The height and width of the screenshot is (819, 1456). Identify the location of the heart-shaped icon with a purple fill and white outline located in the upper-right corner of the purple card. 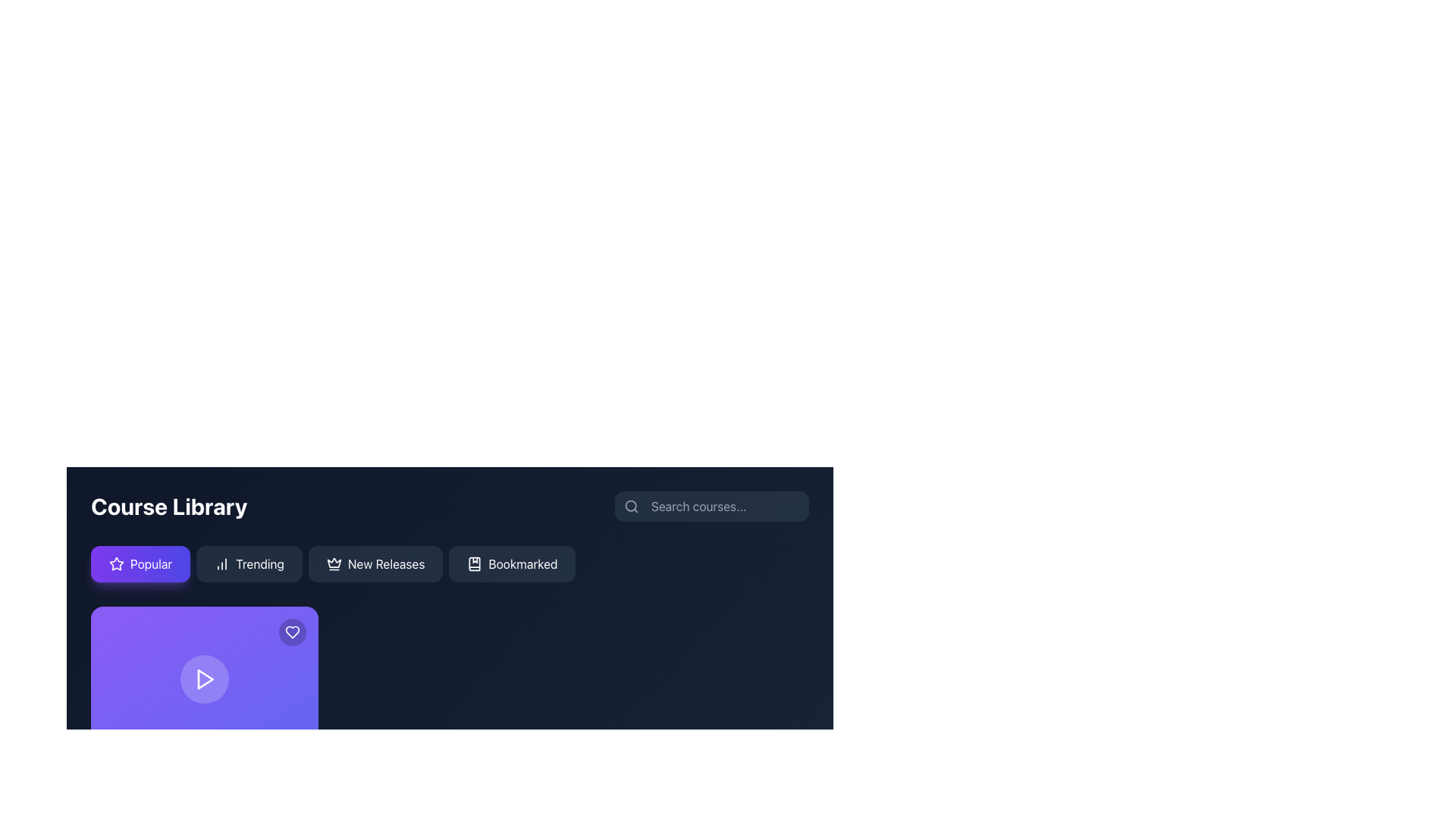
(292, 632).